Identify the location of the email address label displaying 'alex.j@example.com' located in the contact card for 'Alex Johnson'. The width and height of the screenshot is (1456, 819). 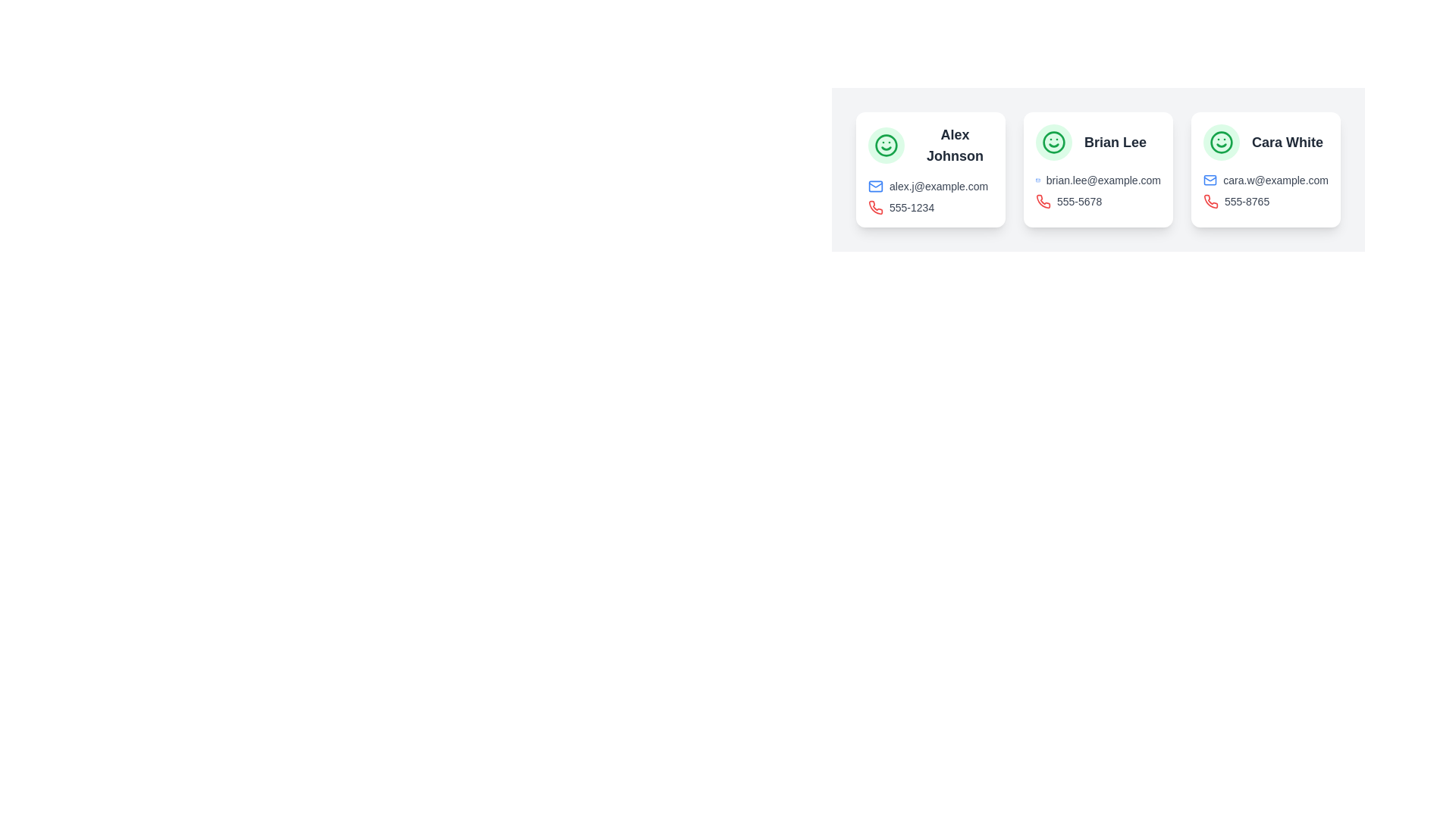
(938, 186).